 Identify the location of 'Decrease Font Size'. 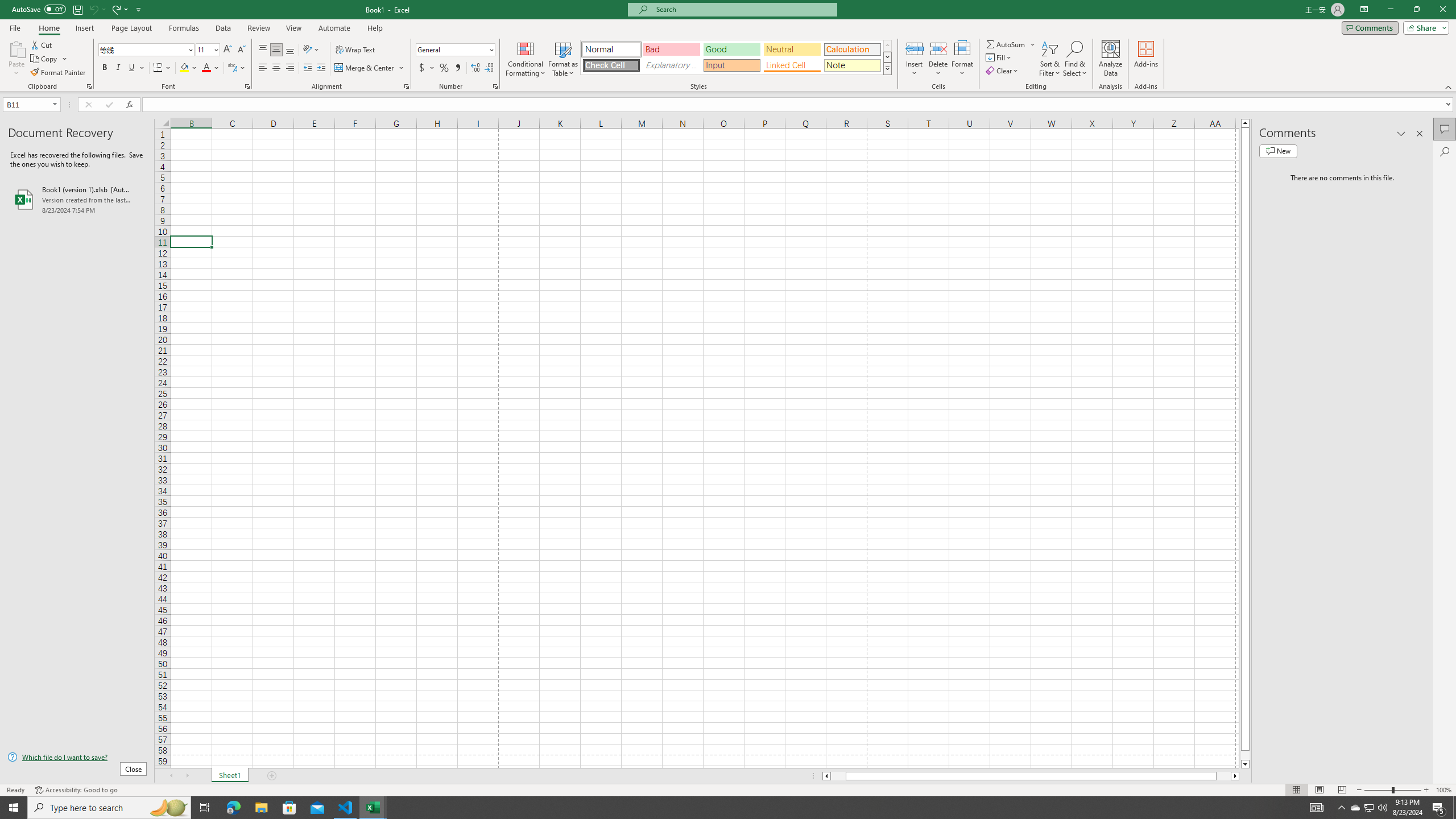
(241, 49).